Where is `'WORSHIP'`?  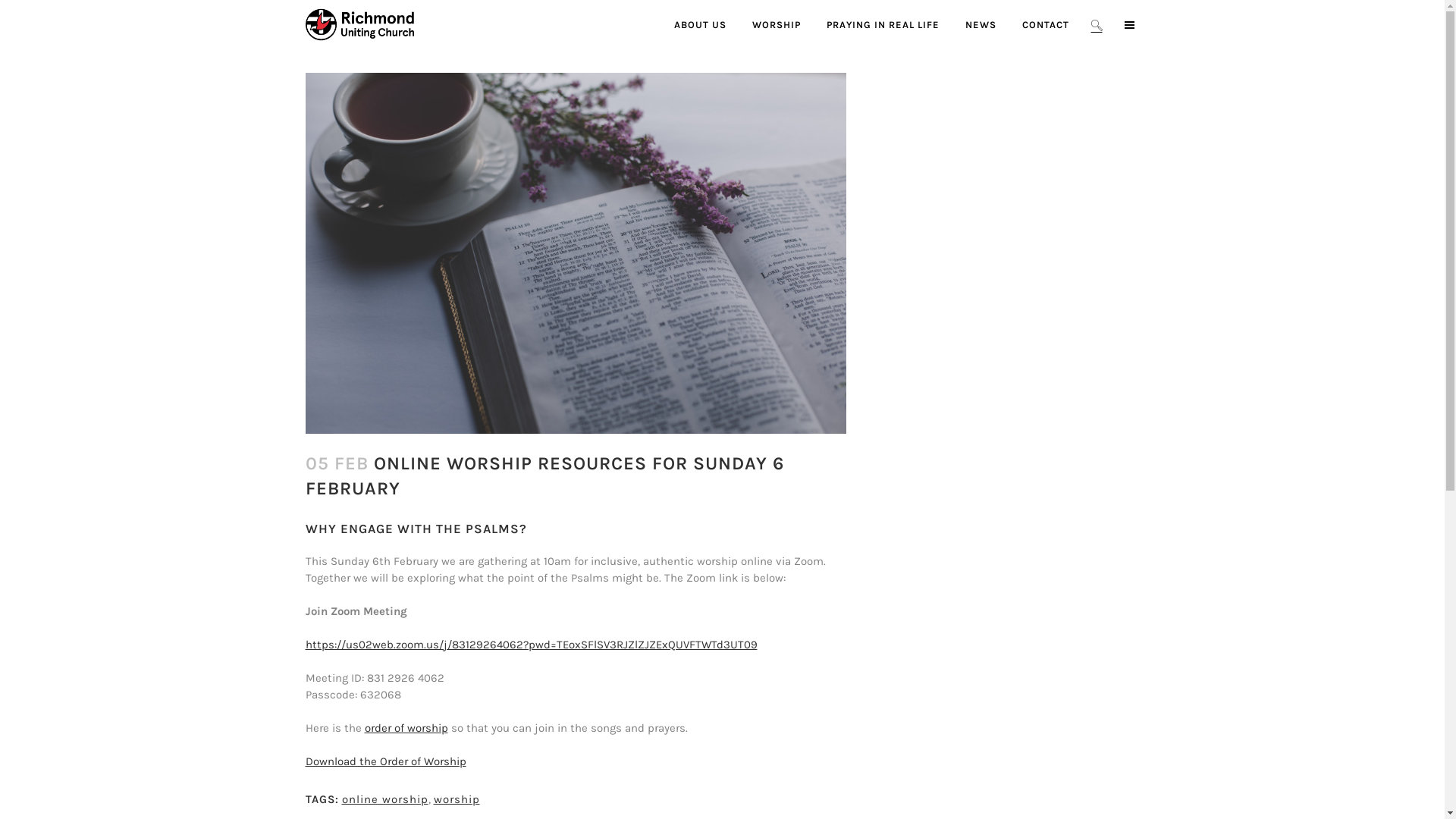 'WORSHIP' is located at coordinates (775, 24).